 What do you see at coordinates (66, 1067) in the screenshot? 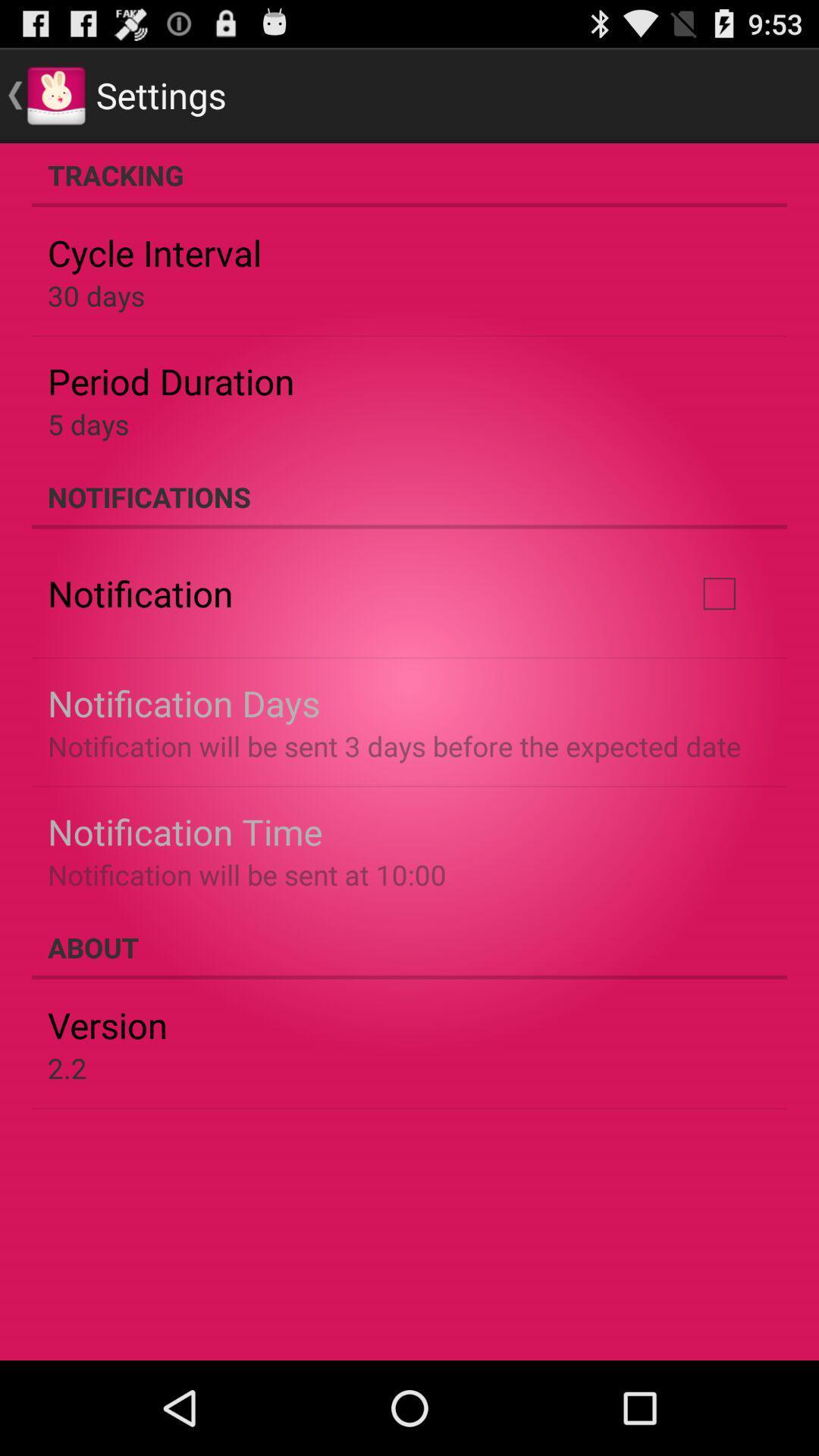
I see `2.2 icon` at bounding box center [66, 1067].